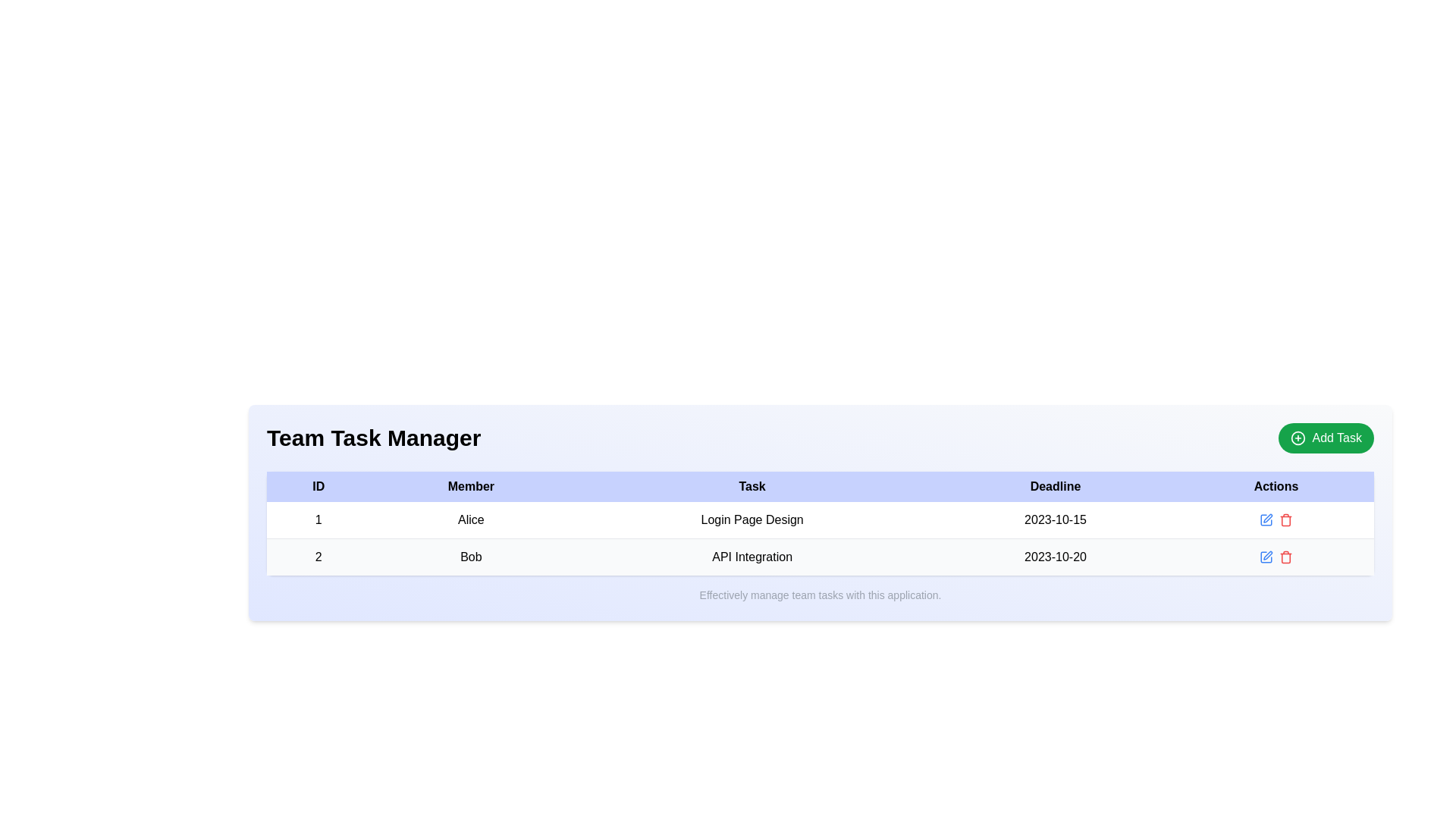  I want to click on the red trash icon, so click(1285, 520).